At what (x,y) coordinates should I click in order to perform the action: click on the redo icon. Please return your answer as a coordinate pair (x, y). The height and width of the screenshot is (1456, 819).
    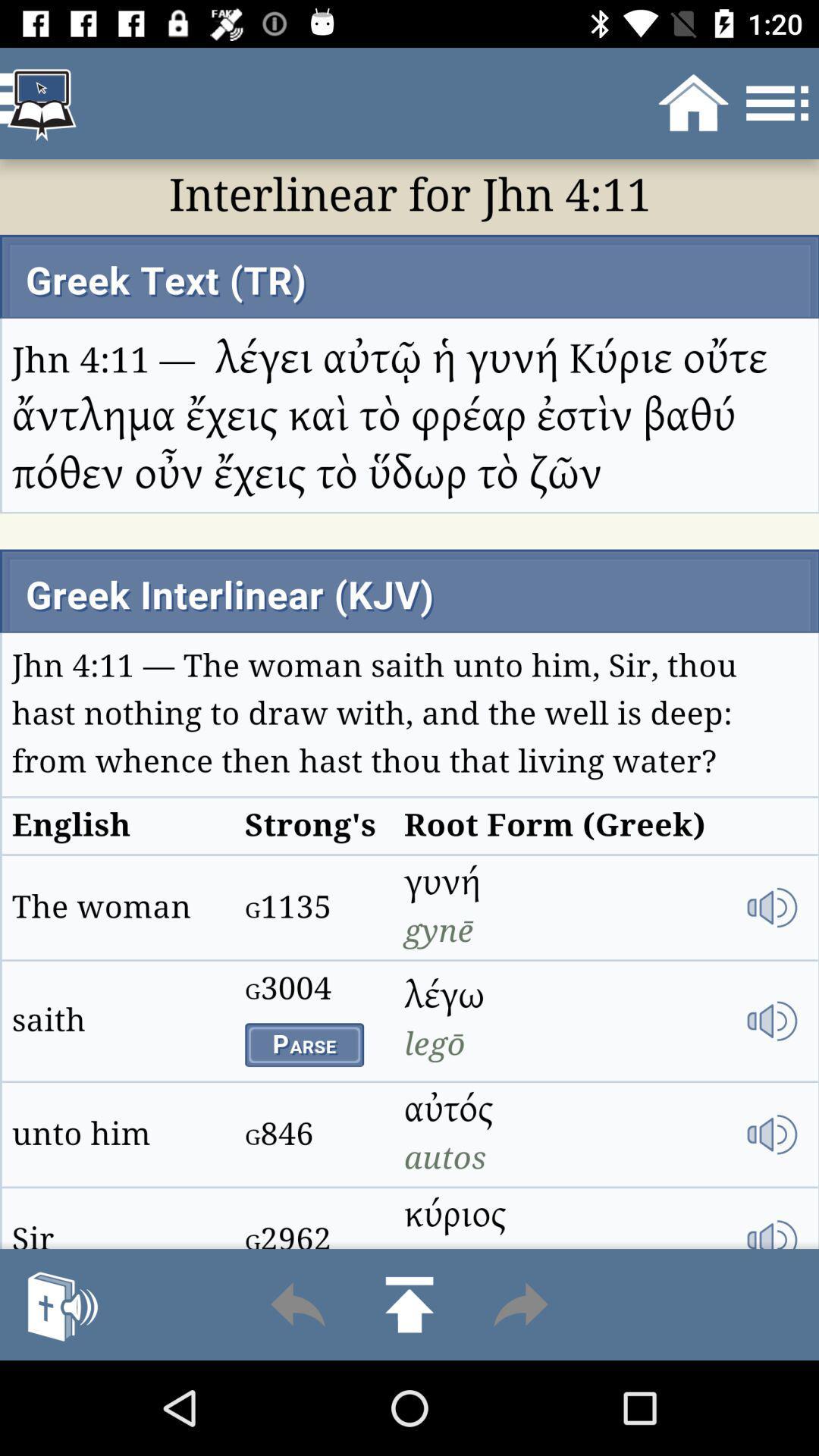
    Looking at the image, I should click on (519, 1304).